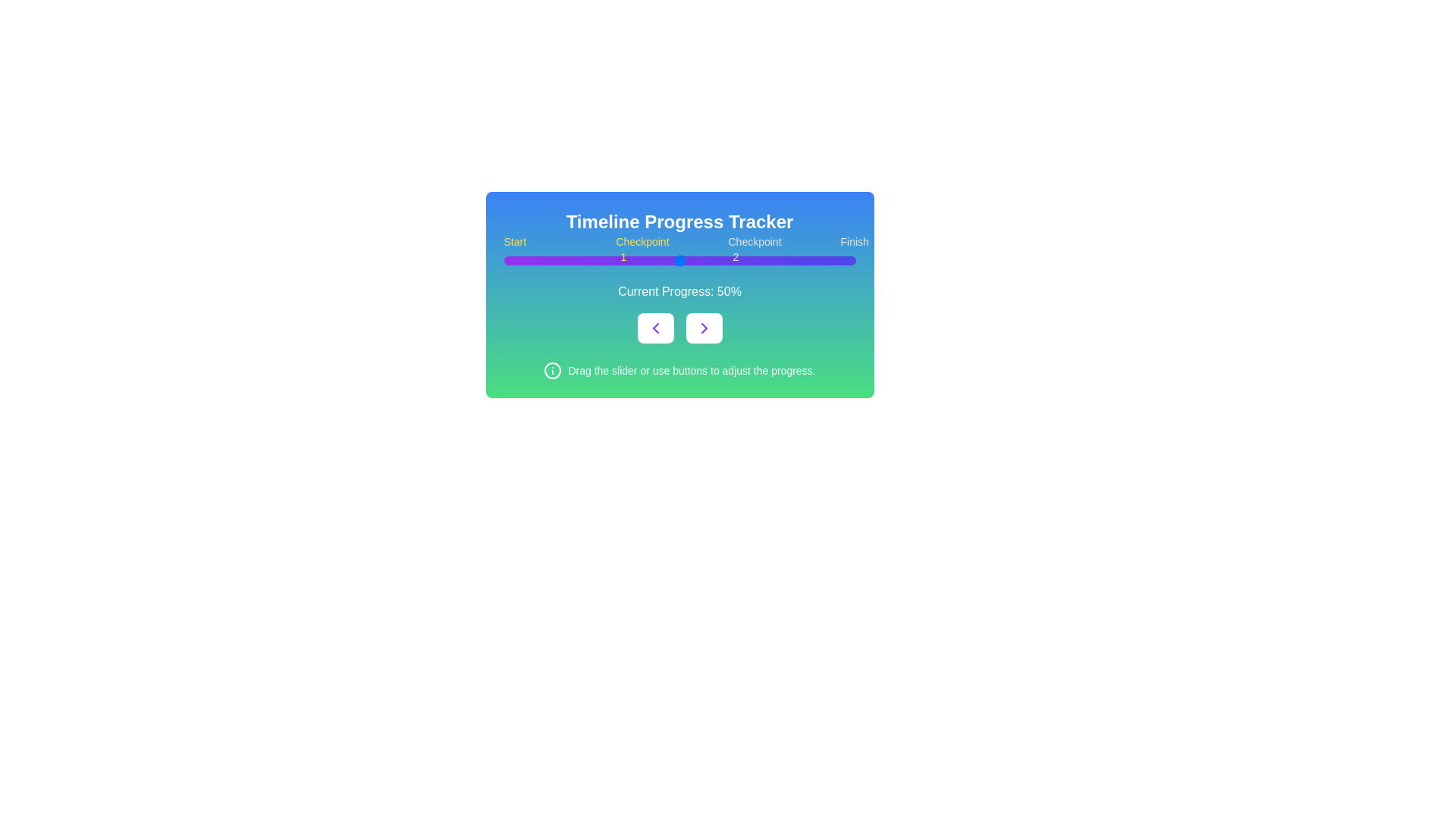 The image size is (1456, 819). What do you see at coordinates (679, 248) in the screenshot?
I see `milestones and progress indicators from the progress bar labeled 'Start', 'Checkpoint 1', 'Checkpoint 2', and 'Finish' within the 'Timeline Progress Tracker' modal` at bounding box center [679, 248].